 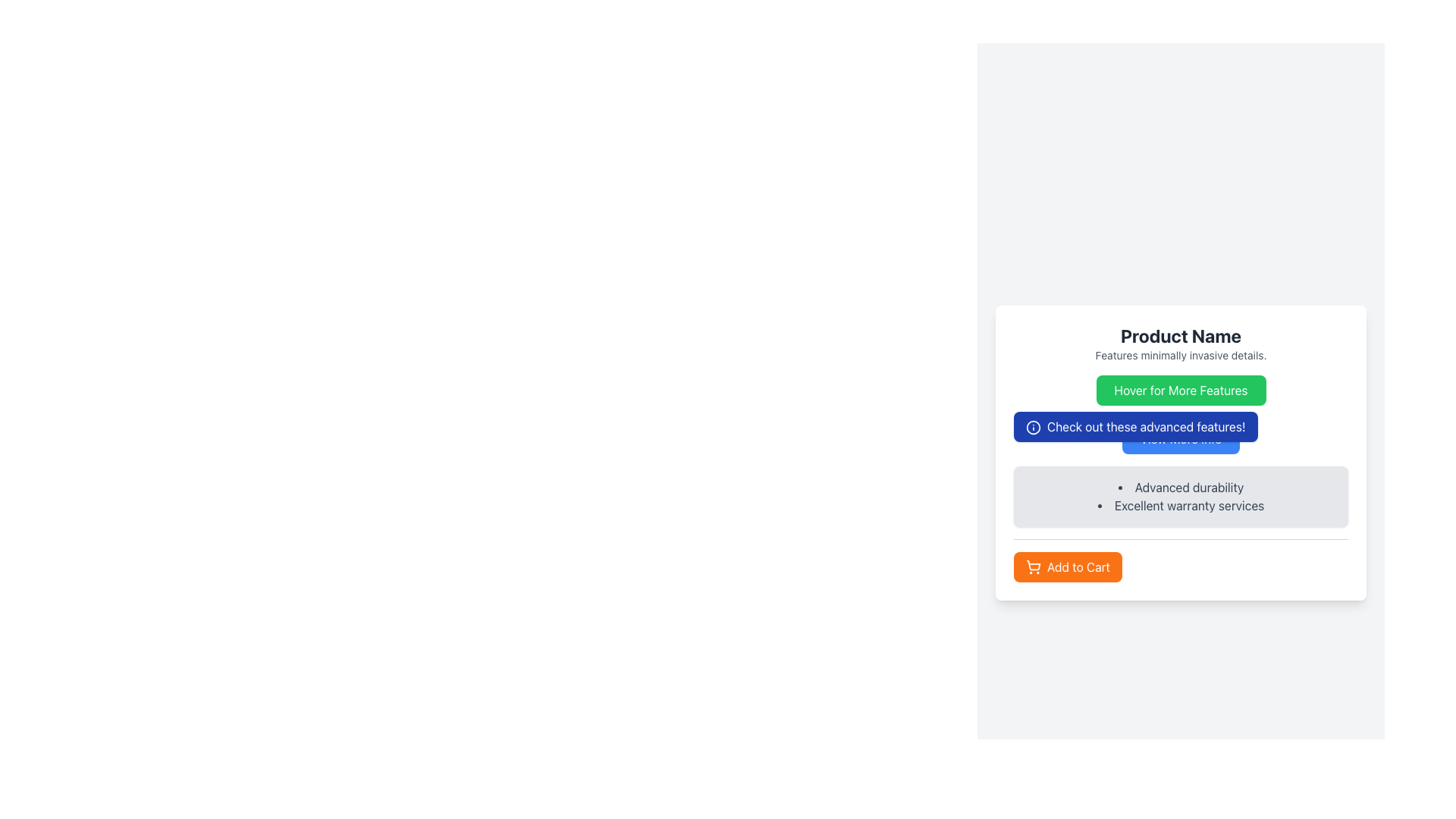 I want to click on bullet points in the Information block, which contains the items 'Advanced durability' and 'Excellent warranty services.', so click(x=1180, y=496).